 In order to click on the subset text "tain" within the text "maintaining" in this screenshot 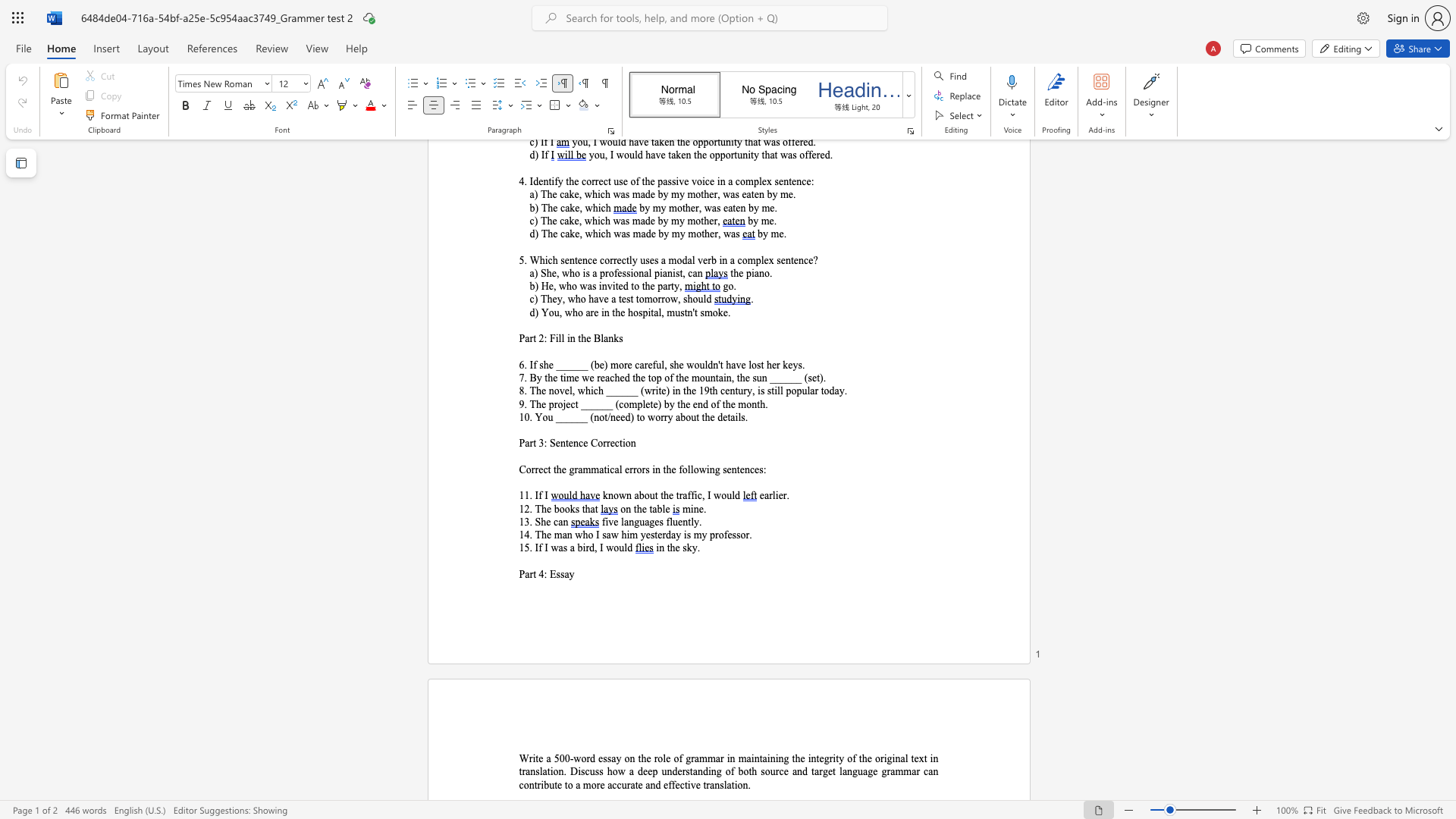, I will do `click(759, 758)`.